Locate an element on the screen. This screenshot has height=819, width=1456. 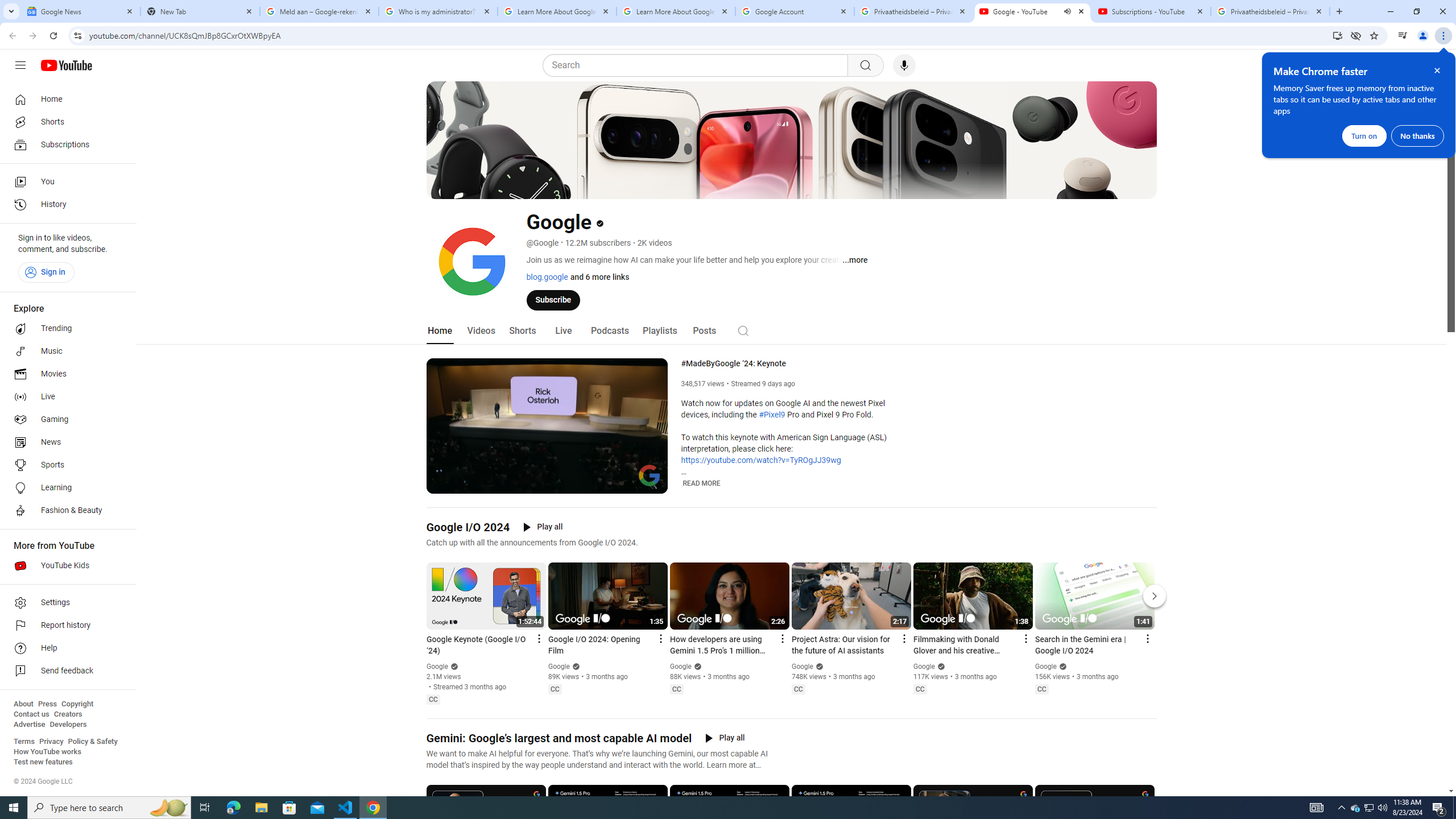
'Advertise' is located at coordinates (28, 723).